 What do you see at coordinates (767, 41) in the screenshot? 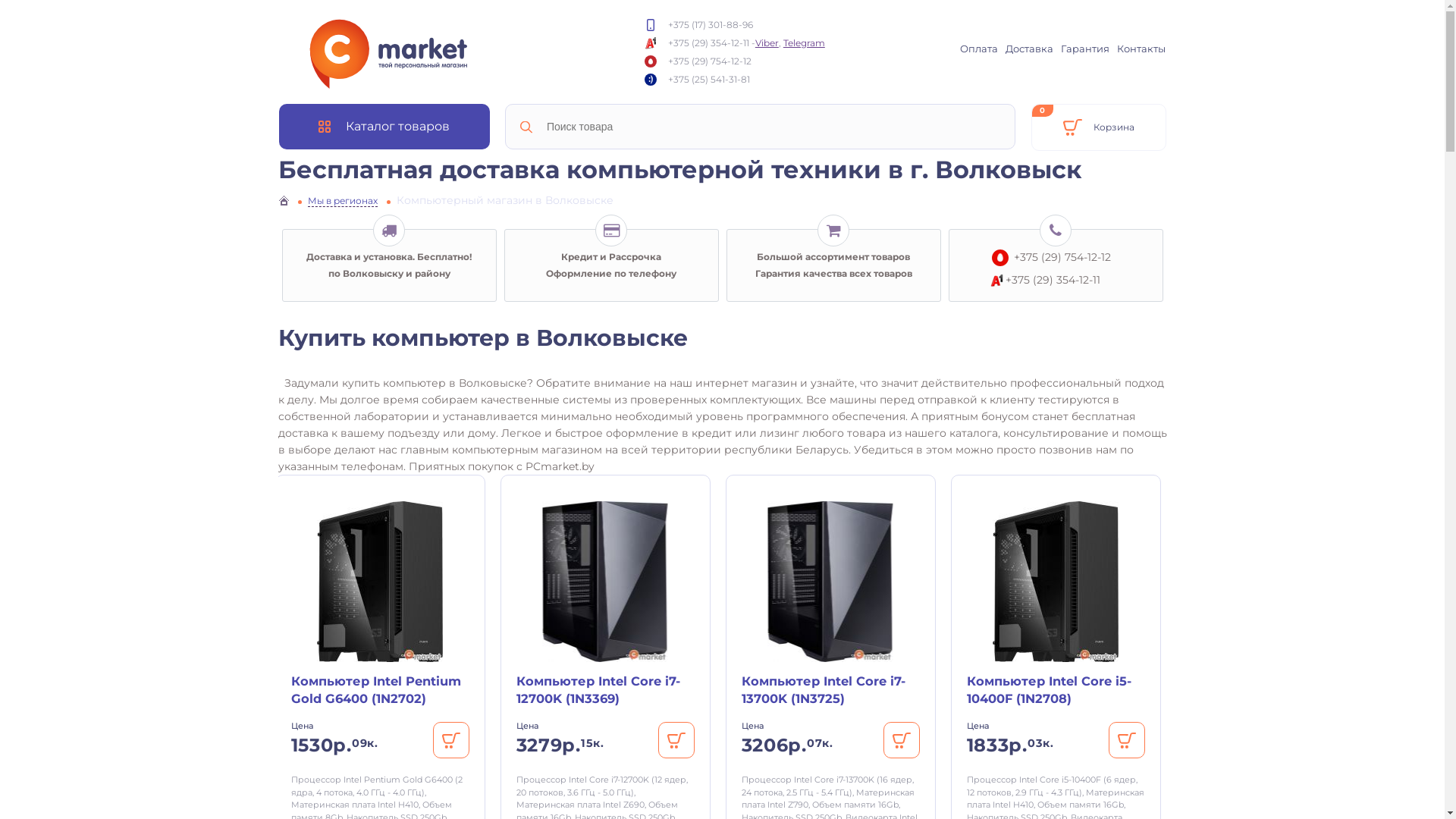
I see `'Viber'` at bounding box center [767, 41].